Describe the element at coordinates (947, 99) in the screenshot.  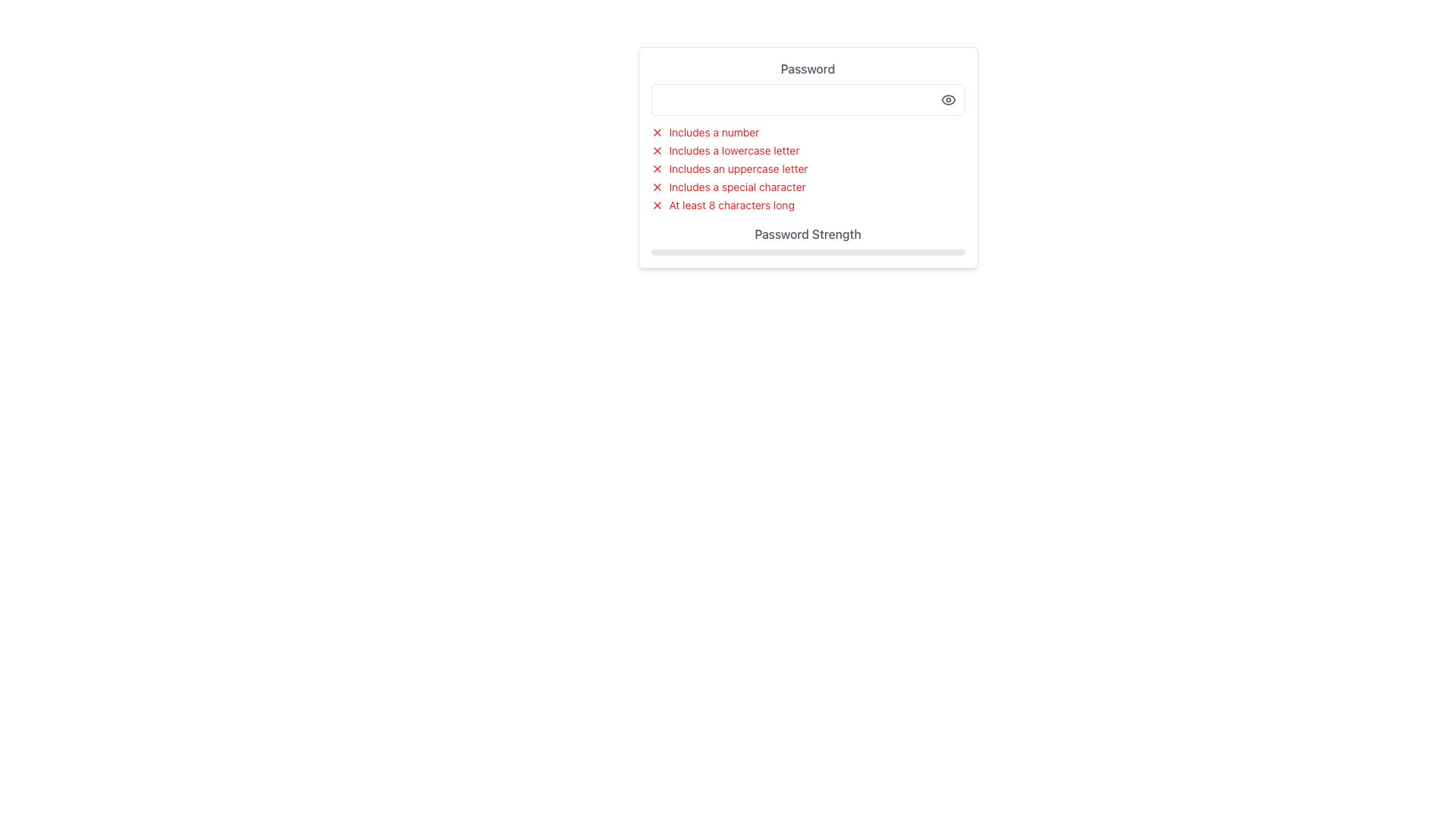
I see `the button containing the eye icon` at that location.